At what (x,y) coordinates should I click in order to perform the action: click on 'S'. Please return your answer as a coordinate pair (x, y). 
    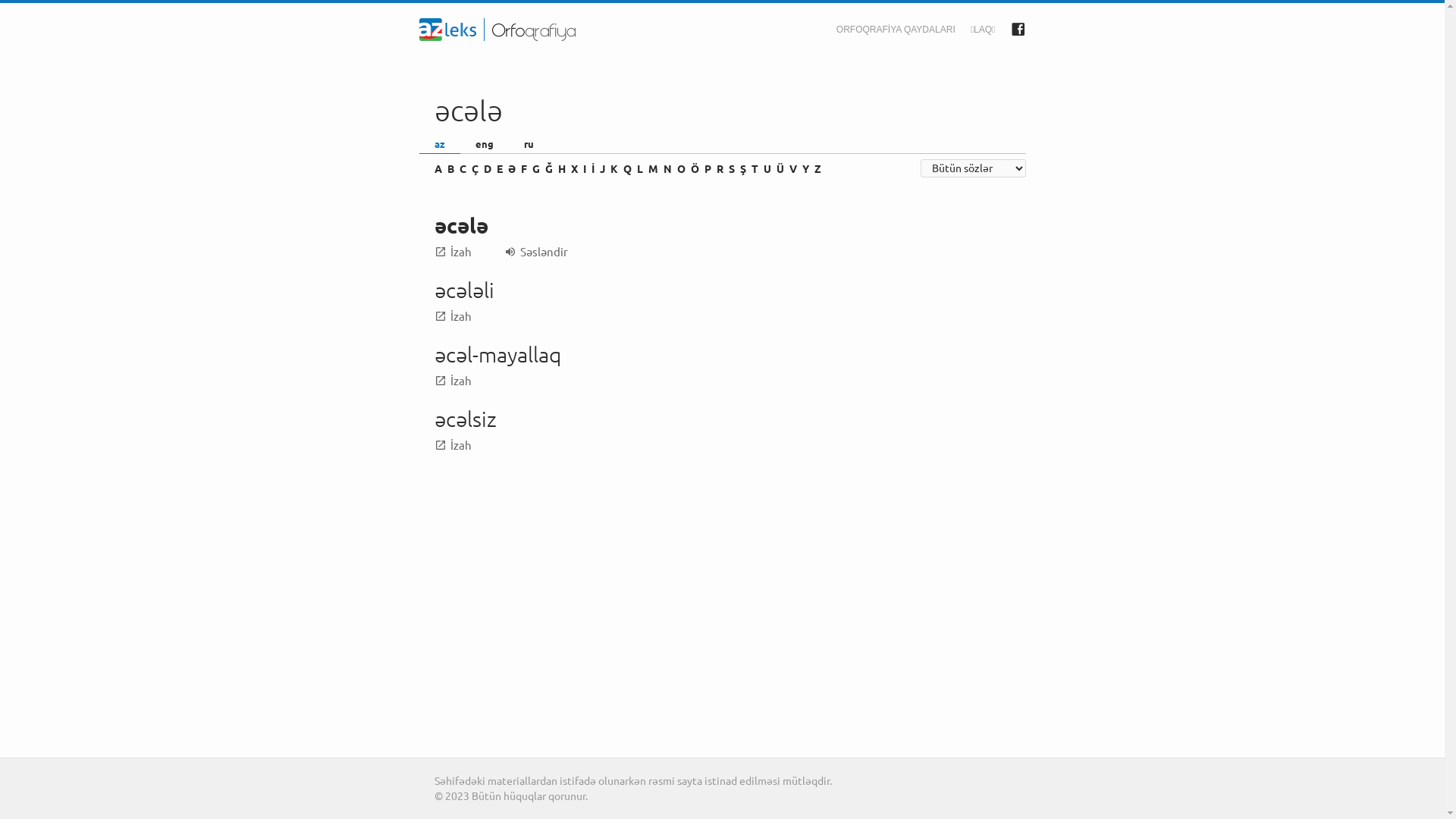
    Looking at the image, I should click on (731, 169).